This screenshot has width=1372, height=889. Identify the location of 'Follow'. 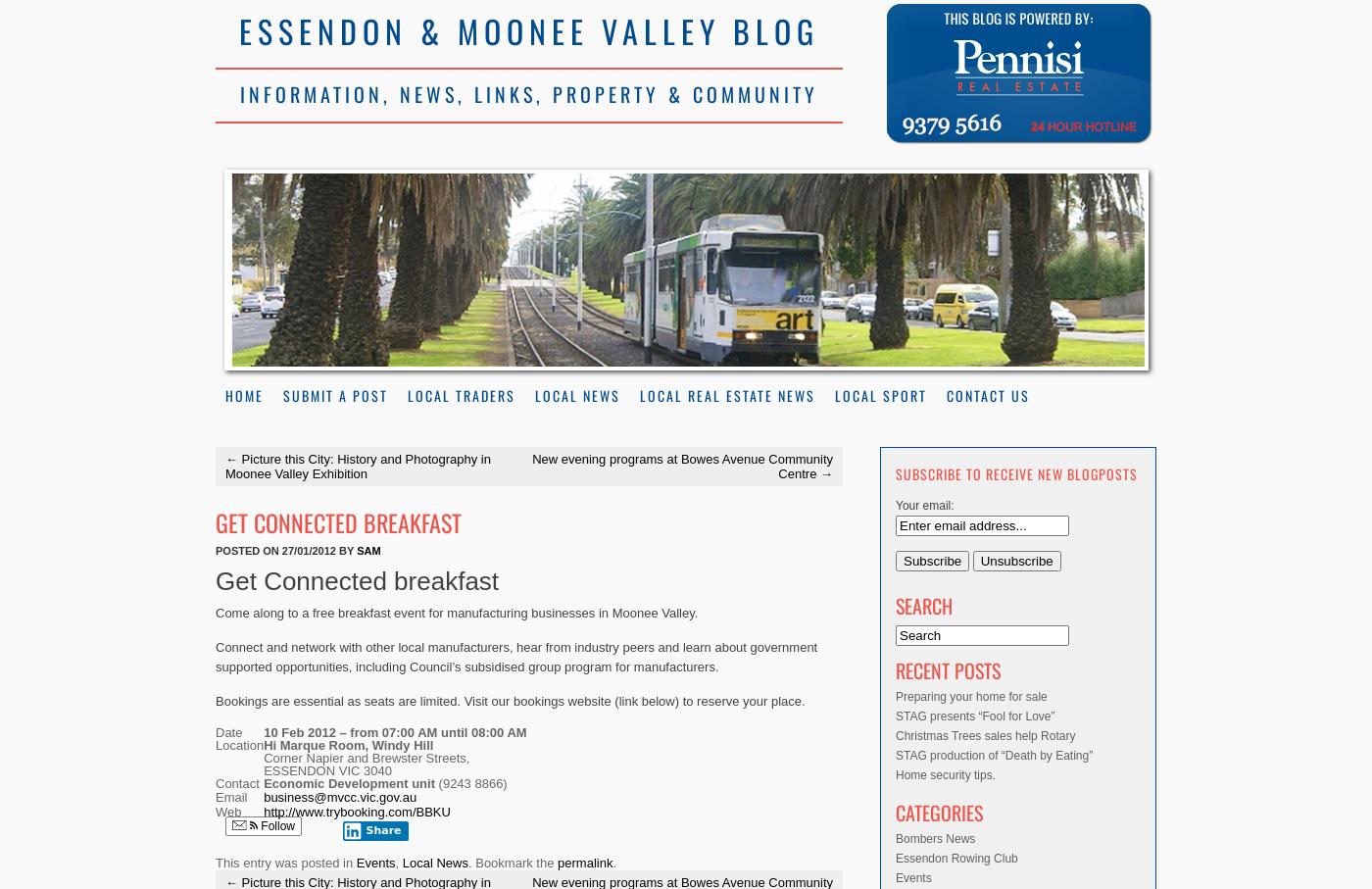
(275, 823).